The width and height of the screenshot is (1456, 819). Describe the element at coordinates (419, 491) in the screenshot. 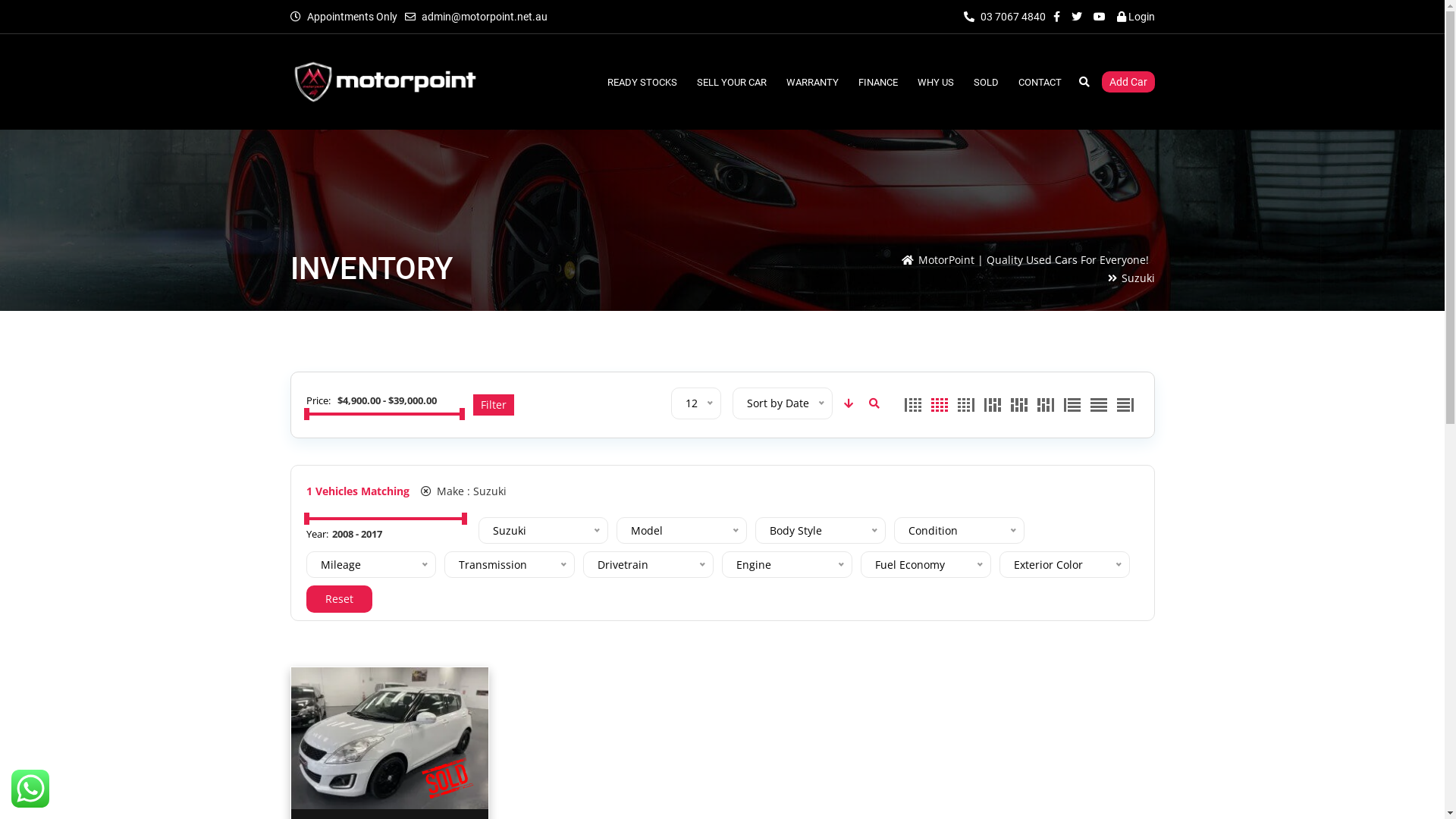

I see `'Make : Suzuki'` at that location.